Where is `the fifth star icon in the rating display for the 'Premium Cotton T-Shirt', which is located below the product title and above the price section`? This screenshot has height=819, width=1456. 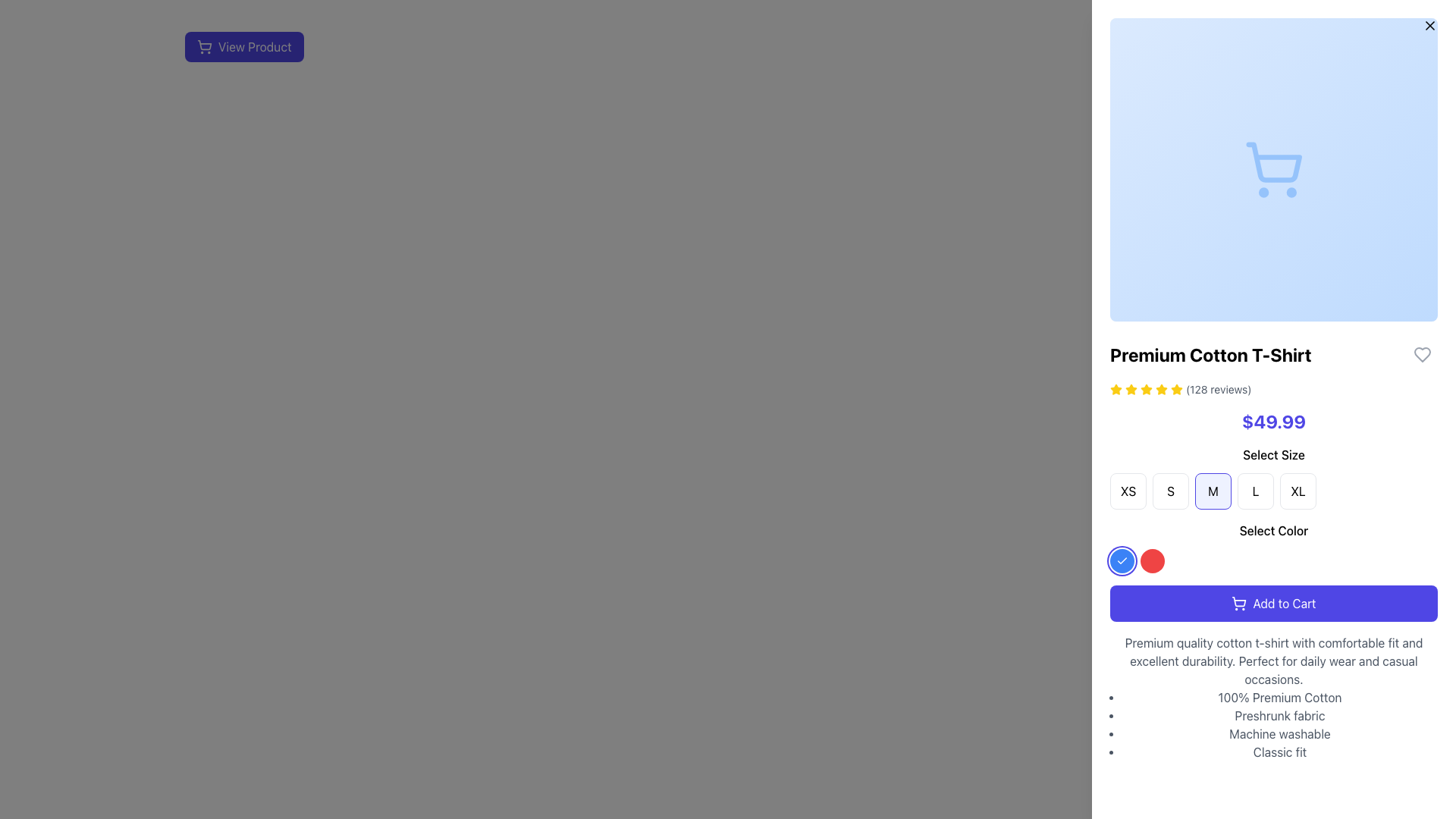
the fifth star icon in the rating display for the 'Premium Cotton T-Shirt', which is located below the product title and above the price section is located at coordinates (1147, 388).